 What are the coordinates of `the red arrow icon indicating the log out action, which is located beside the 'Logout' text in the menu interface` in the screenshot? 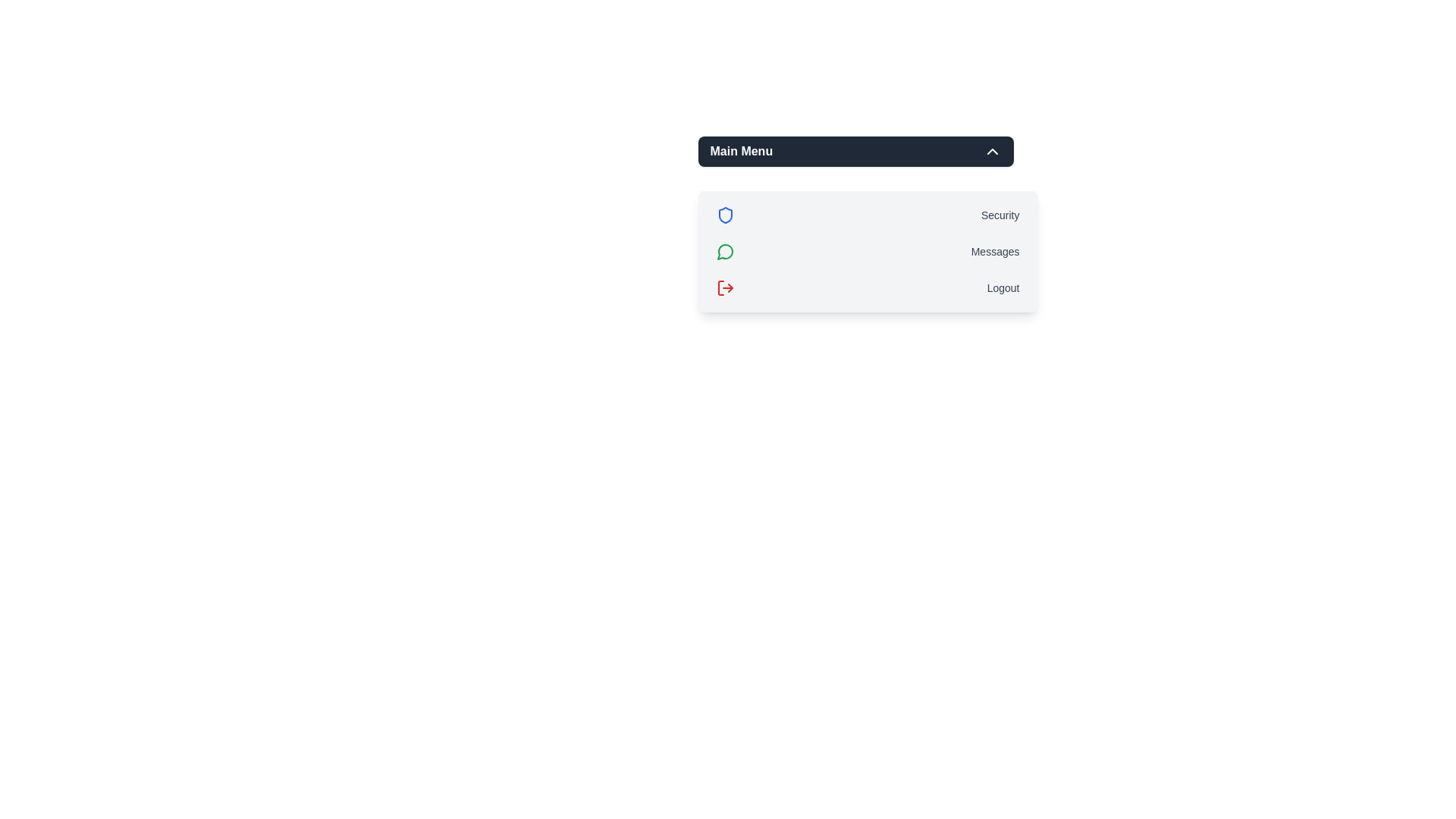 It's located at (730, 288).